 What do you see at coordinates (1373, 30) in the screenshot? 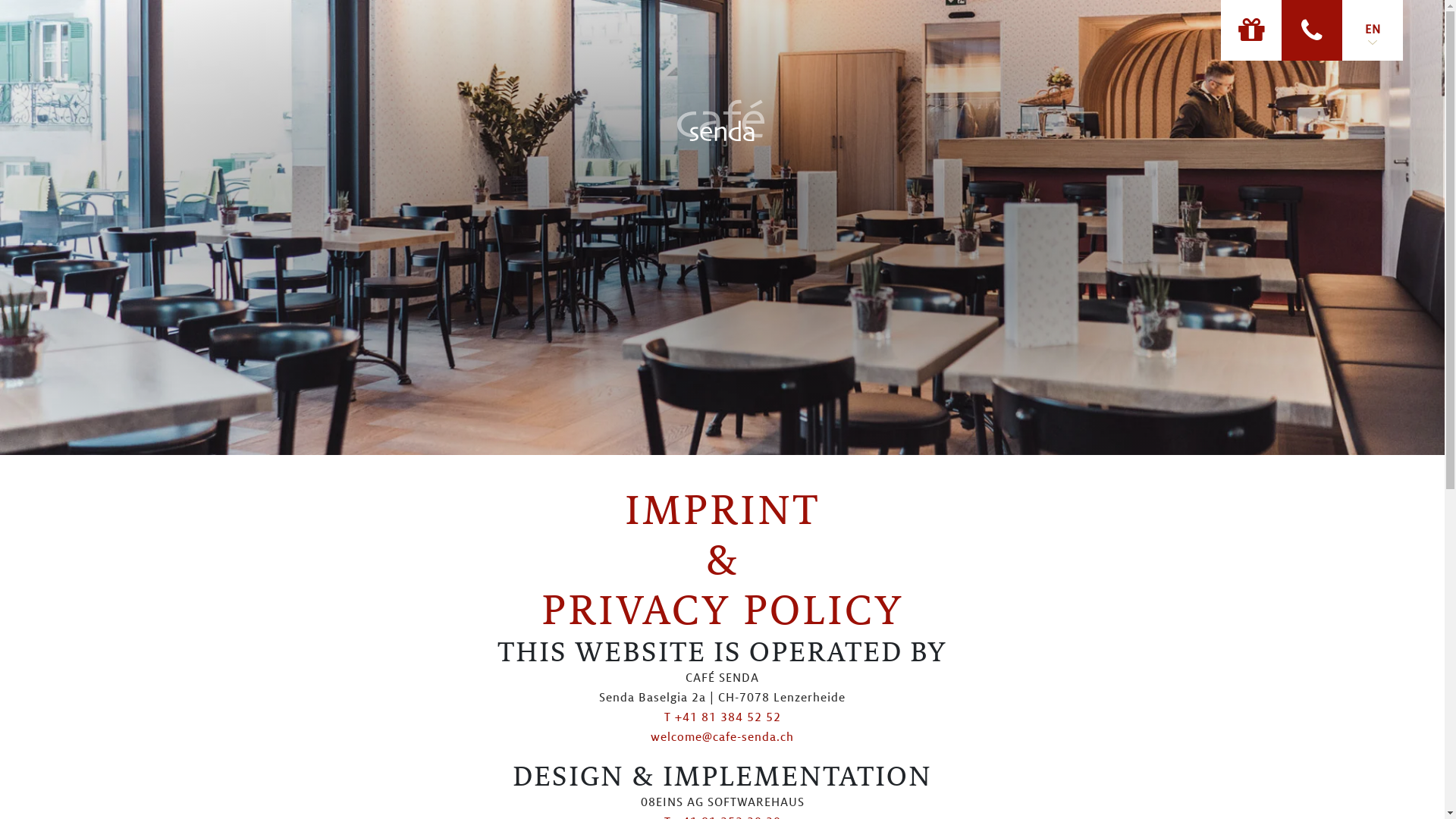
I see `'EN'` at bounding box center [1373, 30].